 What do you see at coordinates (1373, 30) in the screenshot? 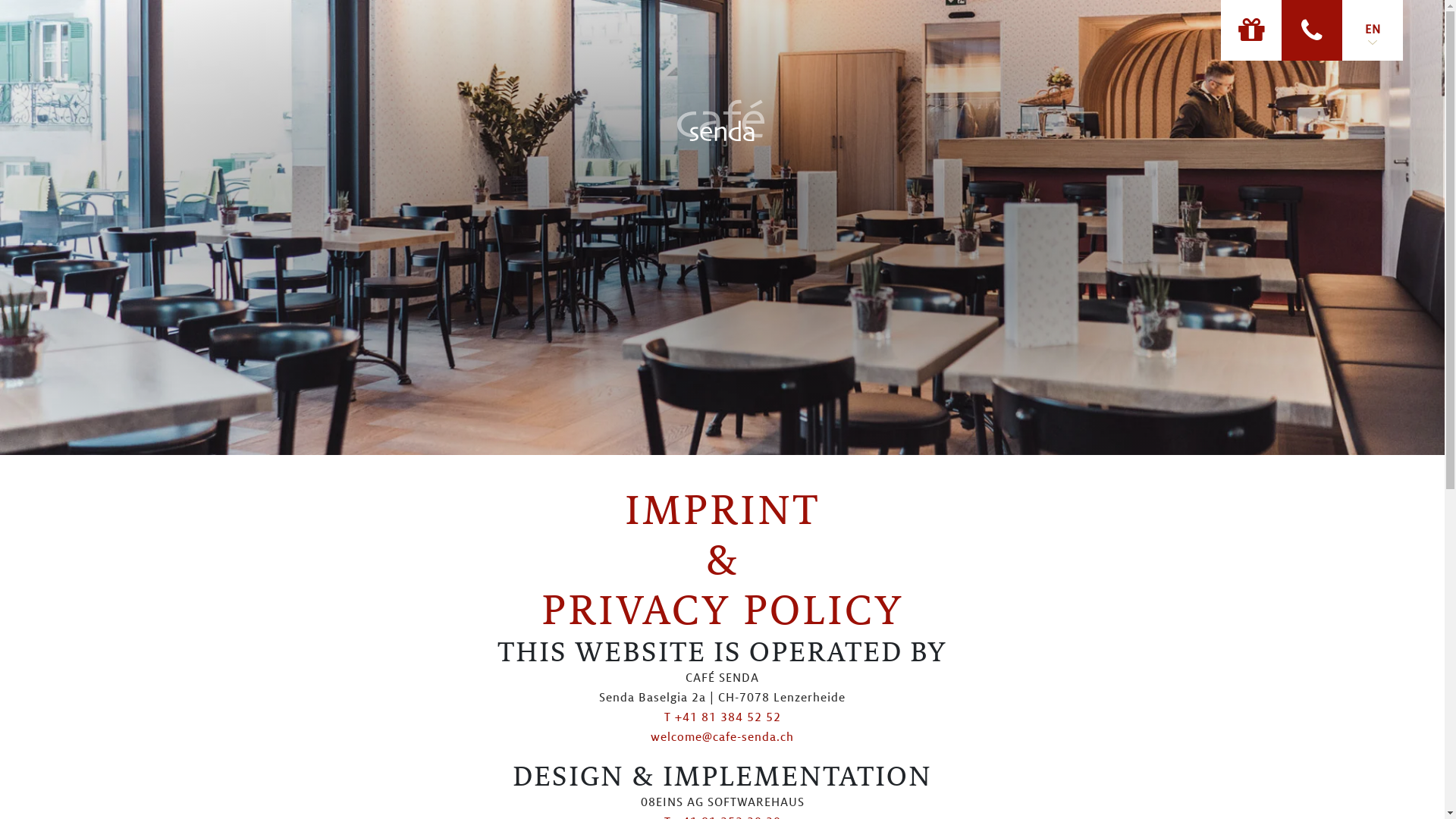
I see `'EN'` at bounding box center [1373, 30].